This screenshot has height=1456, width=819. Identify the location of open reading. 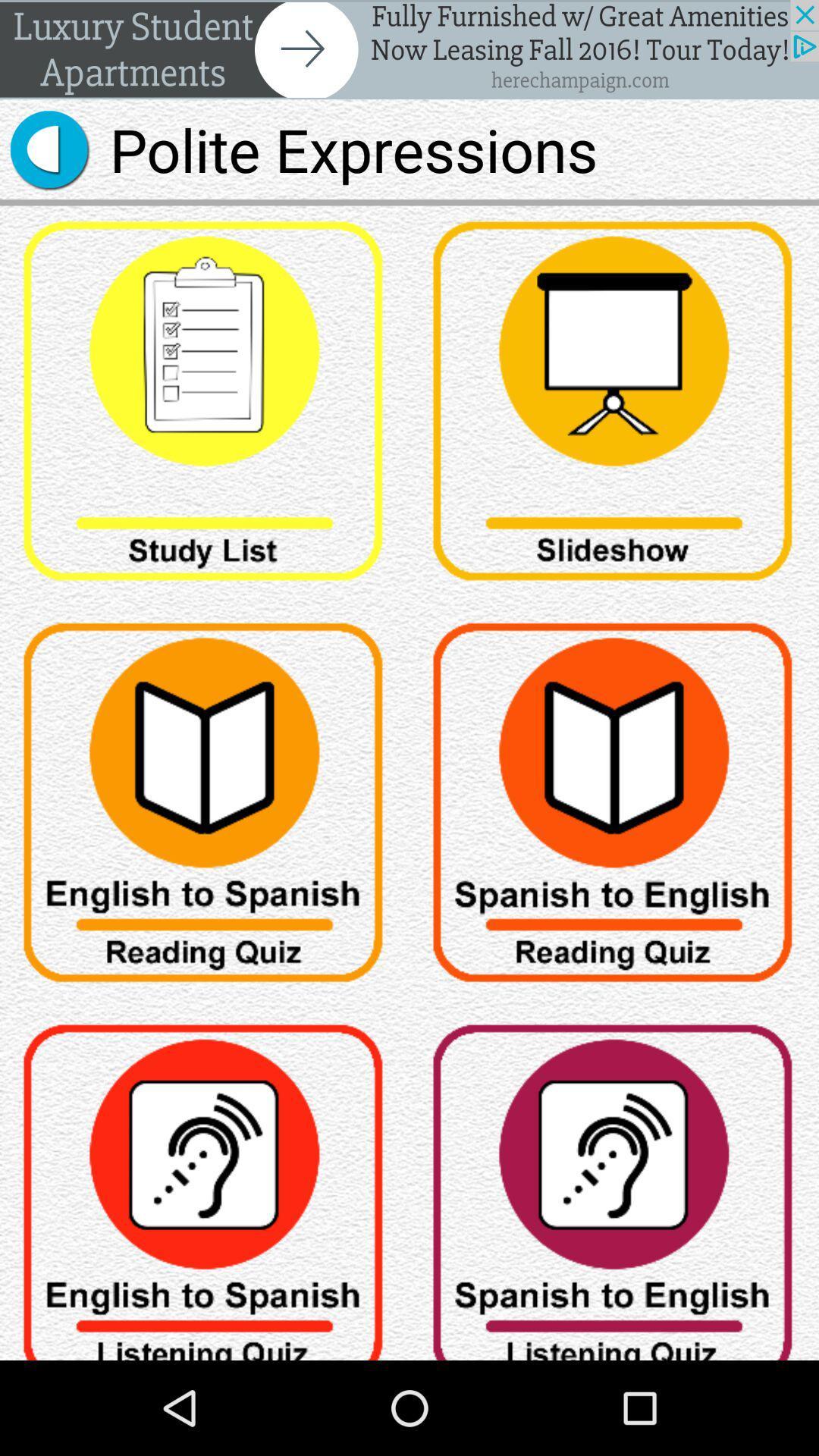
(614, 807).